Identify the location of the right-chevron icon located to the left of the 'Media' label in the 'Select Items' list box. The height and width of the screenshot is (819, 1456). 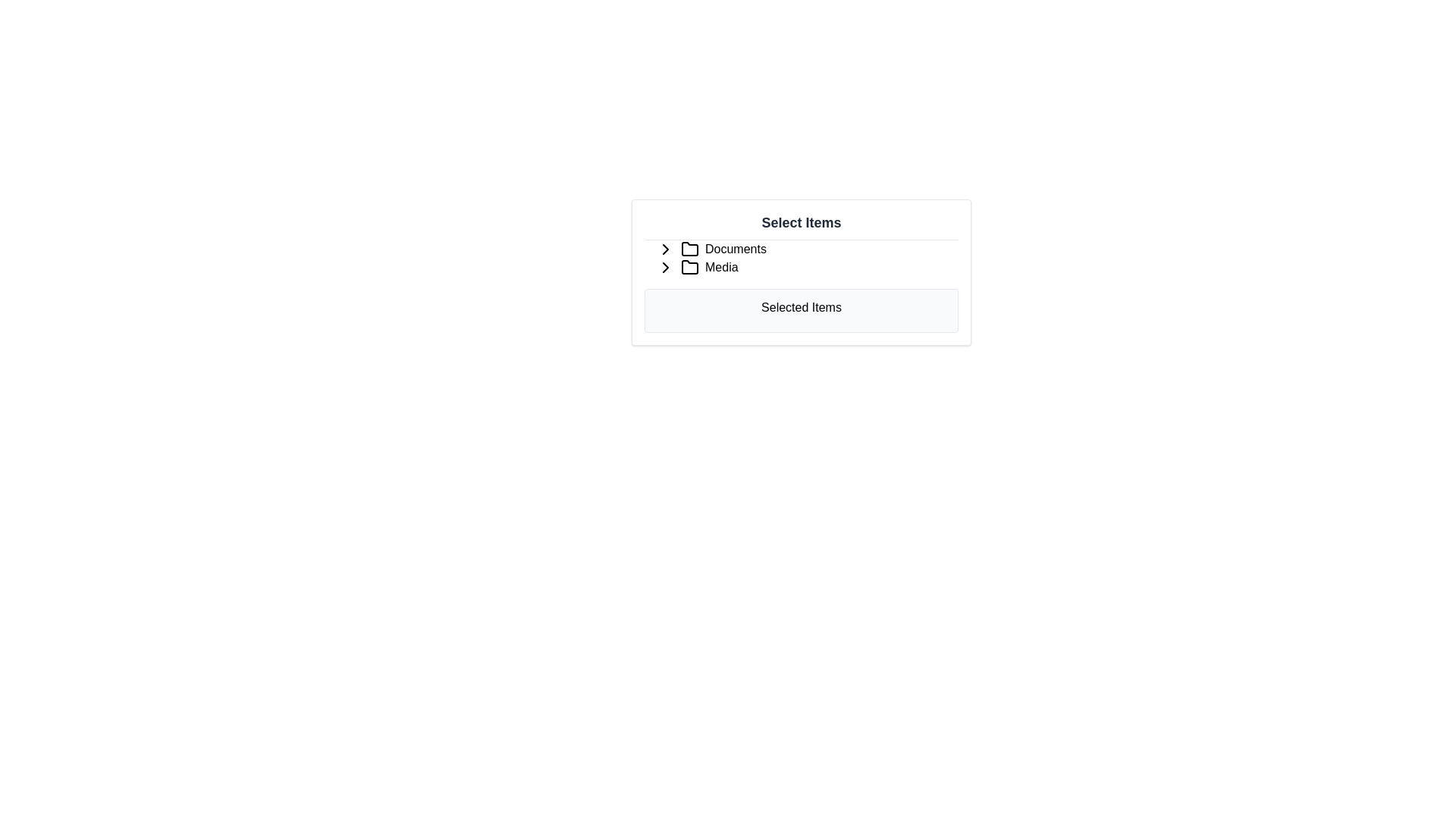
(666, 267).